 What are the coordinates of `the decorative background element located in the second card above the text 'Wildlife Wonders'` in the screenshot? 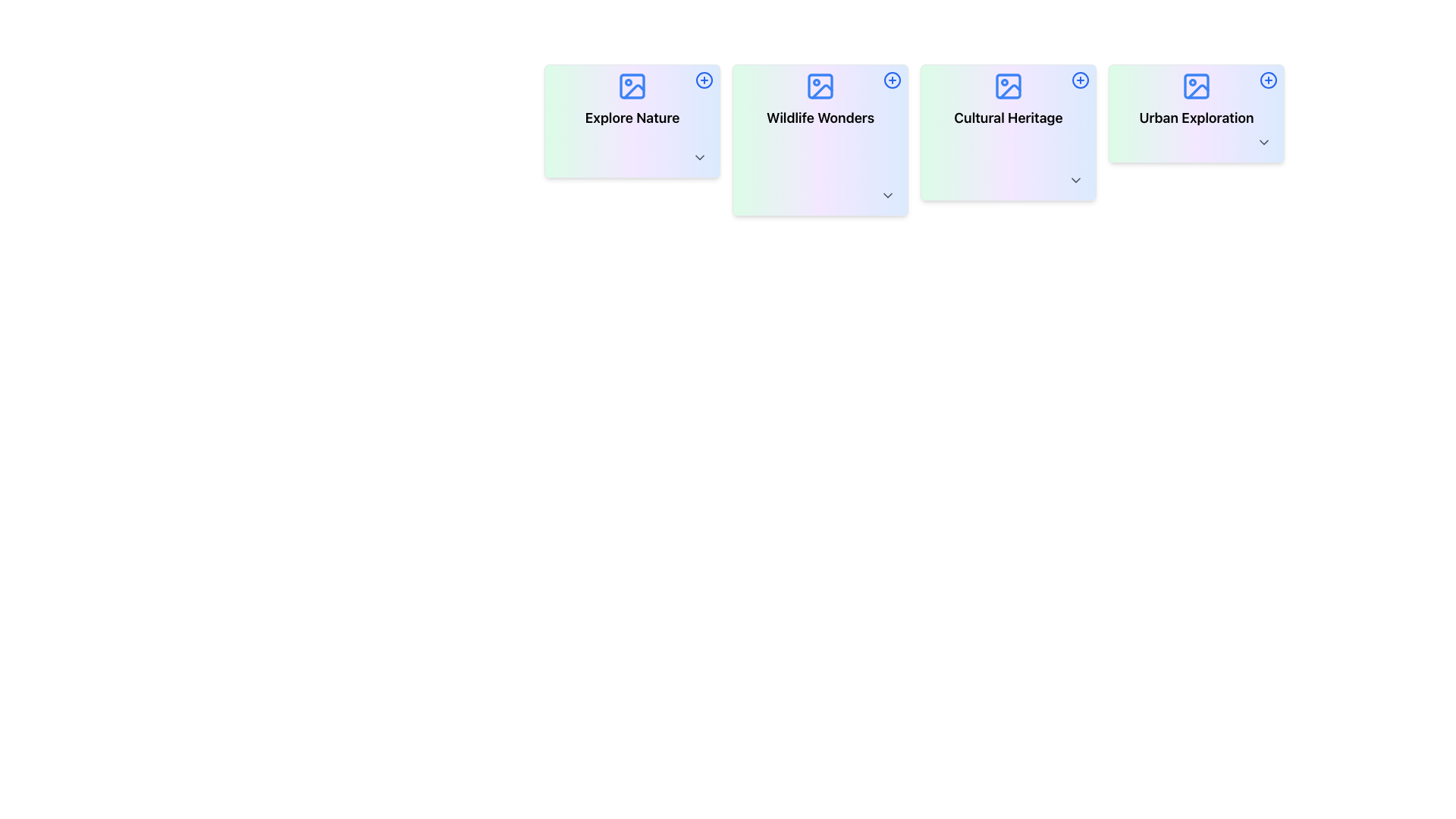 It's located at (819, 86).